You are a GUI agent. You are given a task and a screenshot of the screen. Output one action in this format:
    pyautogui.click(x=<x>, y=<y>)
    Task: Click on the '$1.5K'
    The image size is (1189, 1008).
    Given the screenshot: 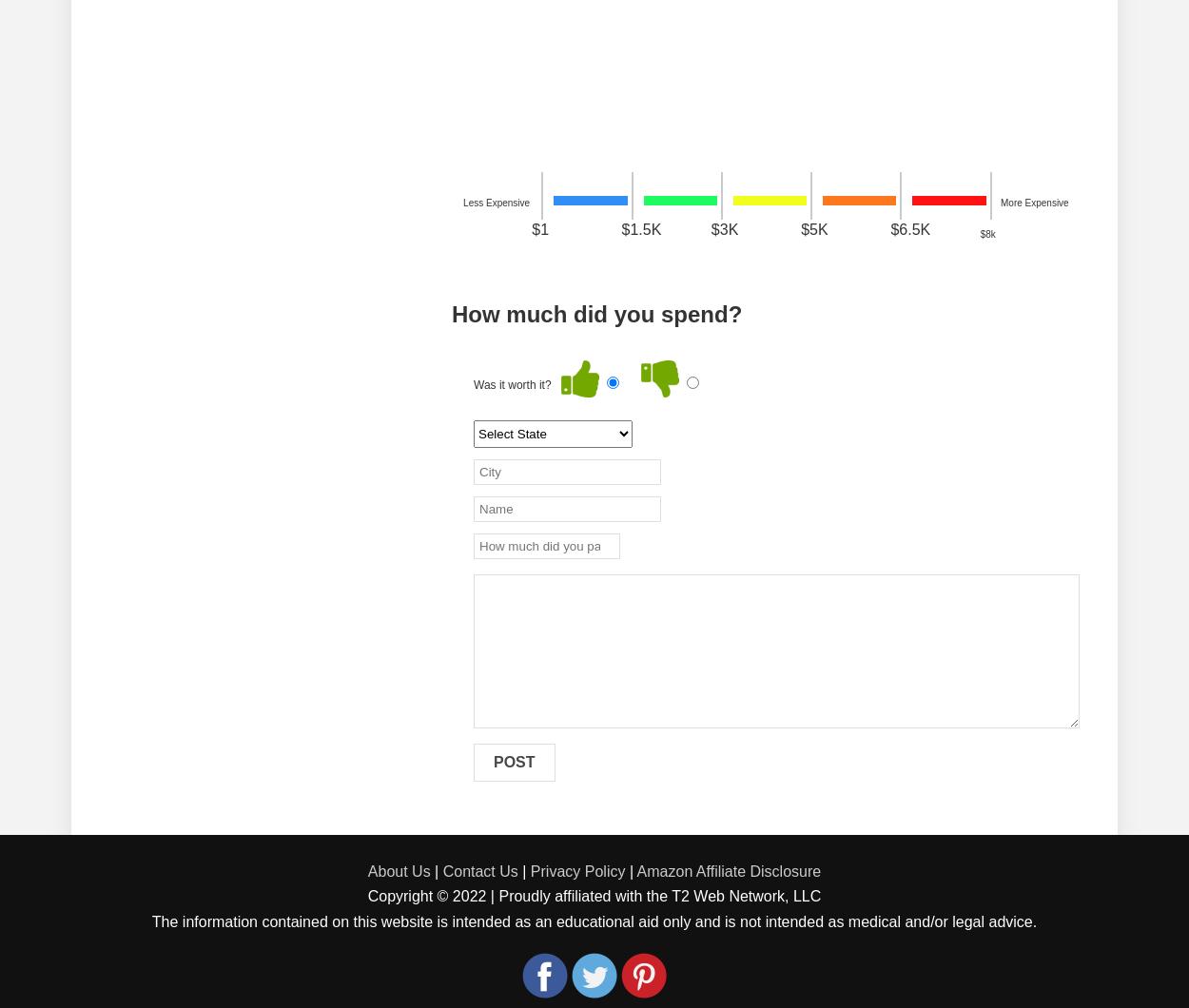 What is the action you would take?
    pyautogui.click(x=641, y=228)
    